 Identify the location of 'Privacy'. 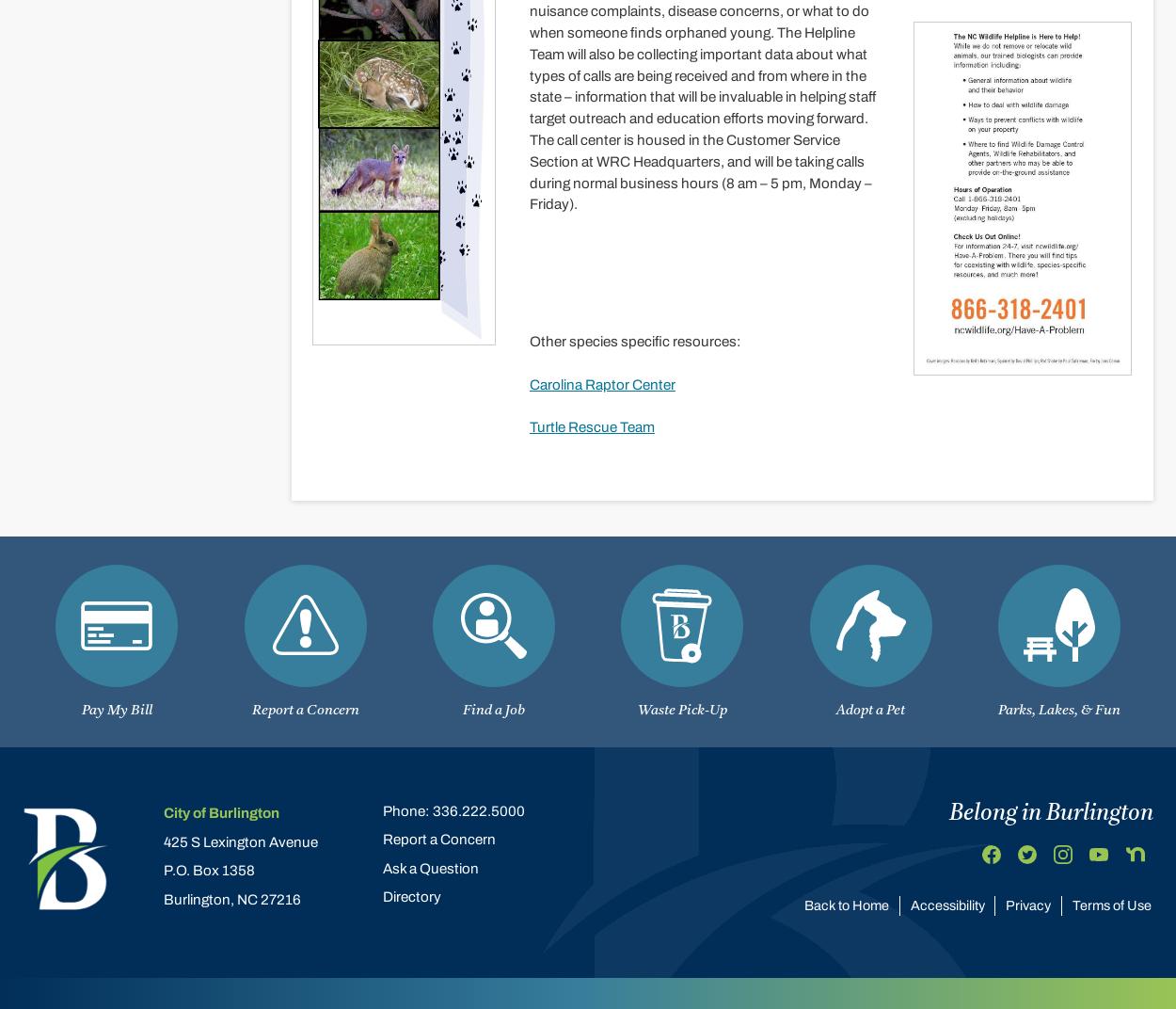
(1027, 904).